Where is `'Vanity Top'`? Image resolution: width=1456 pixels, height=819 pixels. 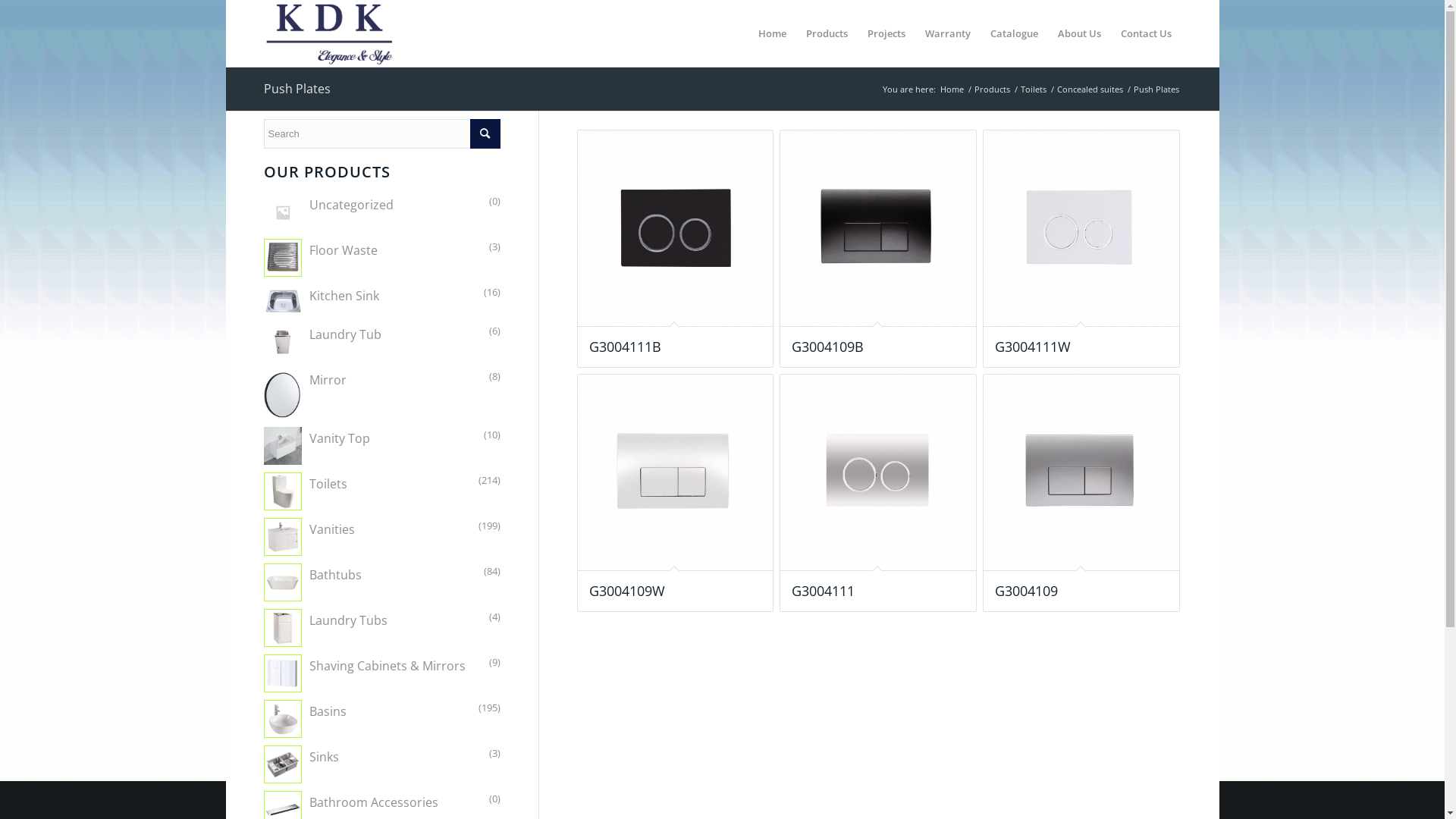
'Vanity Top' is located at coordinates (315, 444).